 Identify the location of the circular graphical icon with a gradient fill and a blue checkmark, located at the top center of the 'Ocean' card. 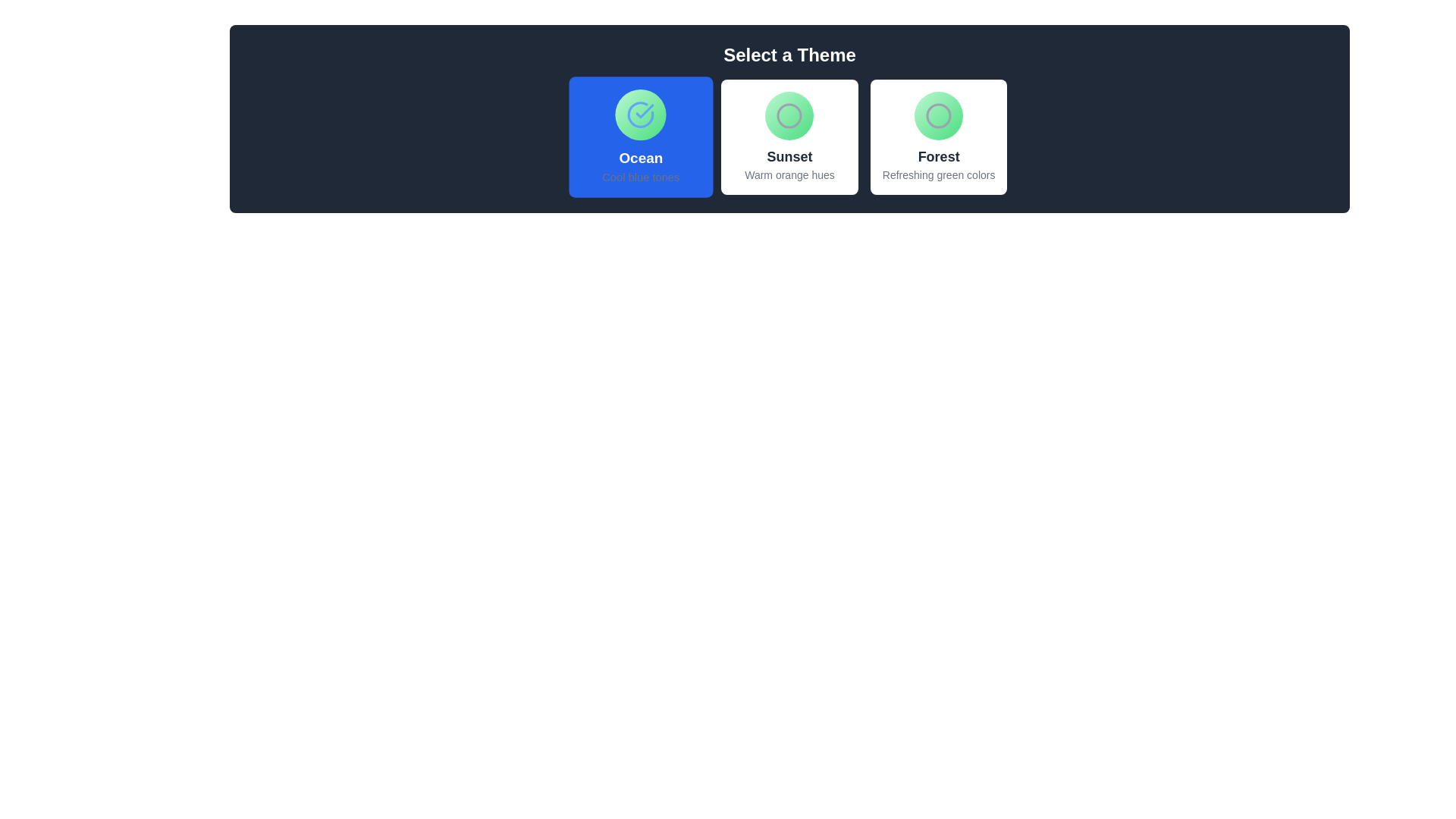
(640, 114).